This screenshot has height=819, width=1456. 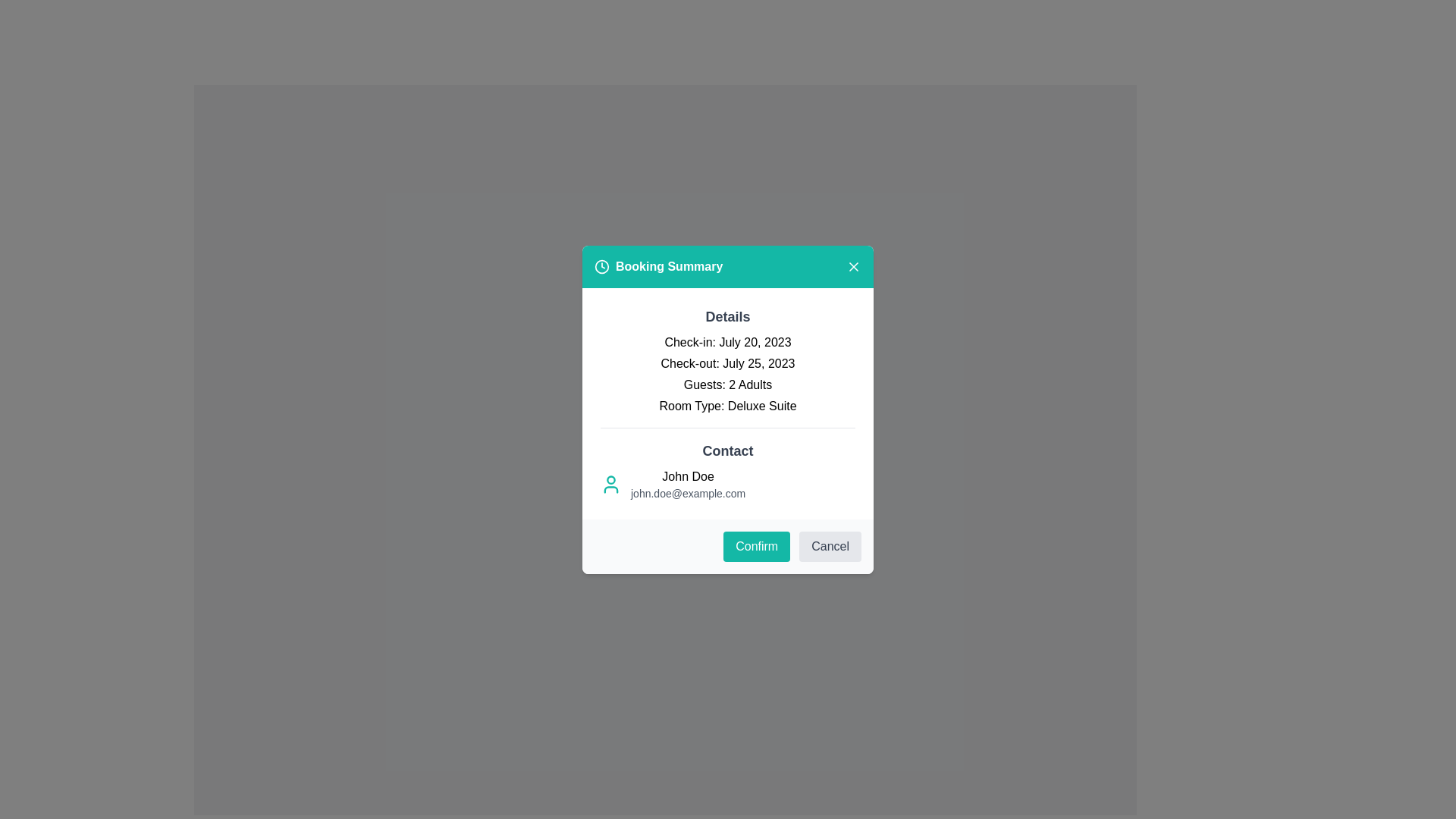 What do you see at coordinates (728, 359) in the screenshot?
I see `the static text display that shows booking details, located beneath the 'Booking Summary' header in the modal dialog` at bounding box center [728, 359].